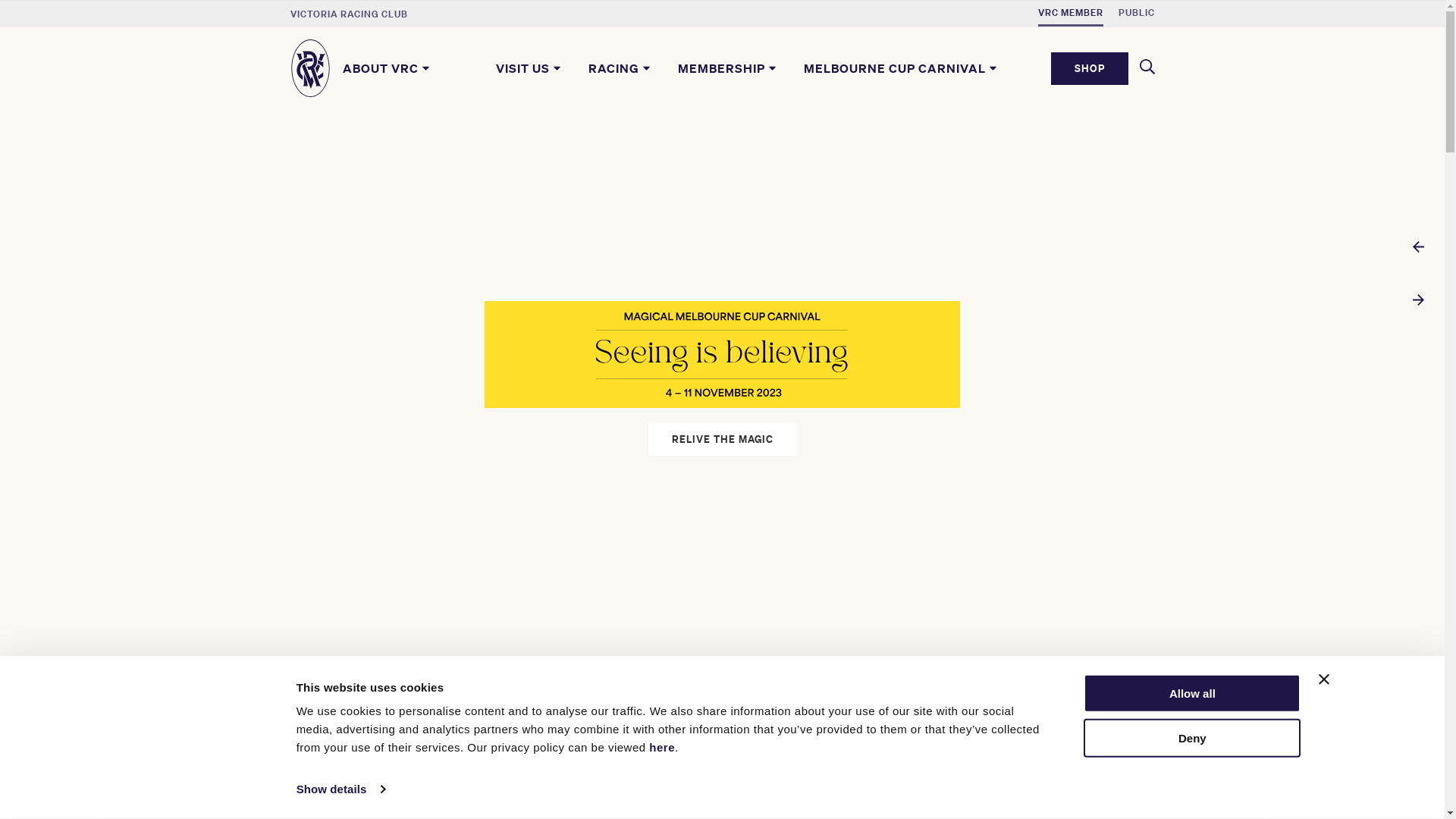 This screenshot has width=1456, height=819. What do you see at coordinates (902, 67) in the screenshot?
I see `'MELBOURNE CUP CARNIVAL'` at bounding box center [902, 67].